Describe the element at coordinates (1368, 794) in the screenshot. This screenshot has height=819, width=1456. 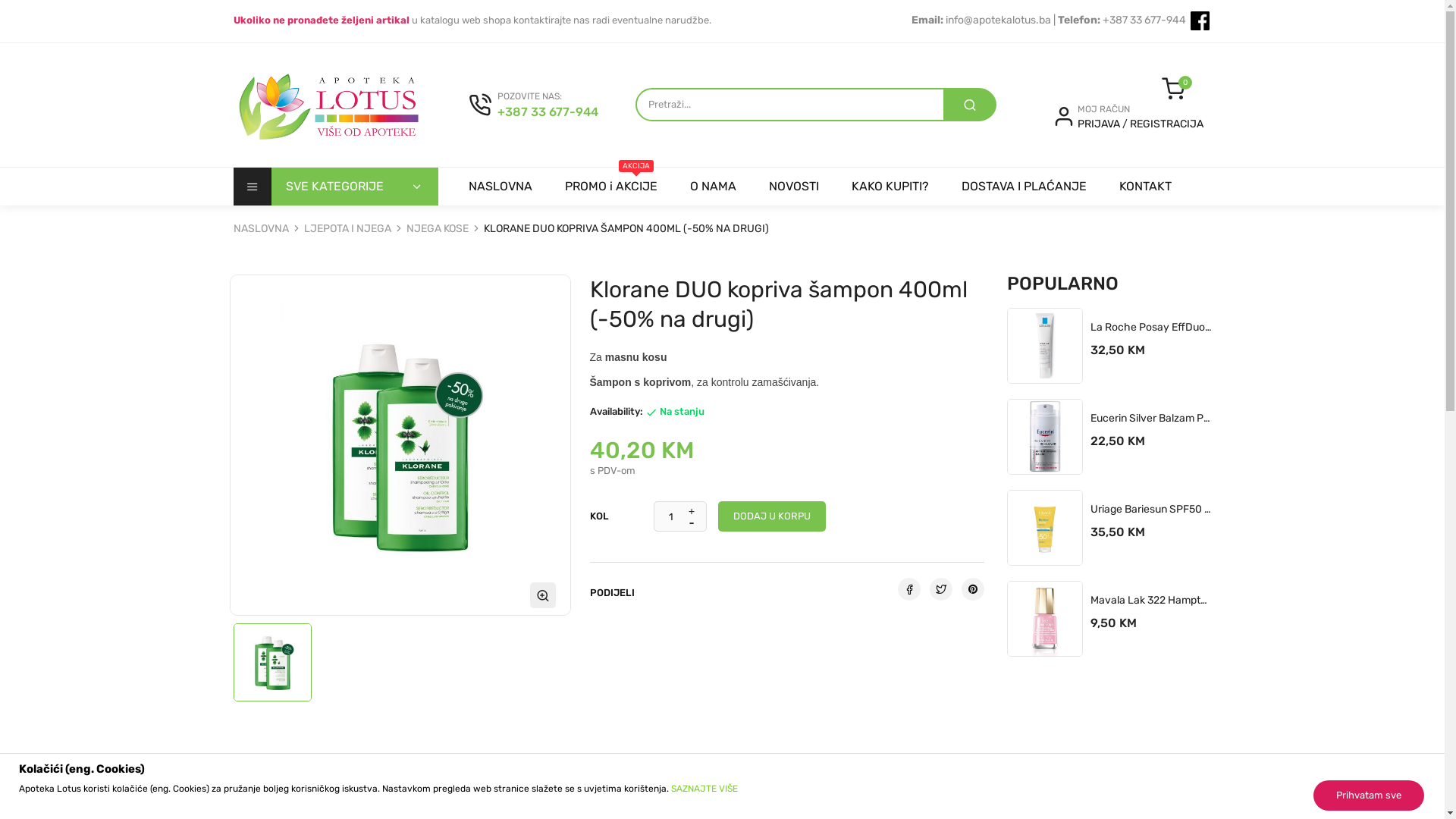
I see `'Prihvatam sve'` at that location.